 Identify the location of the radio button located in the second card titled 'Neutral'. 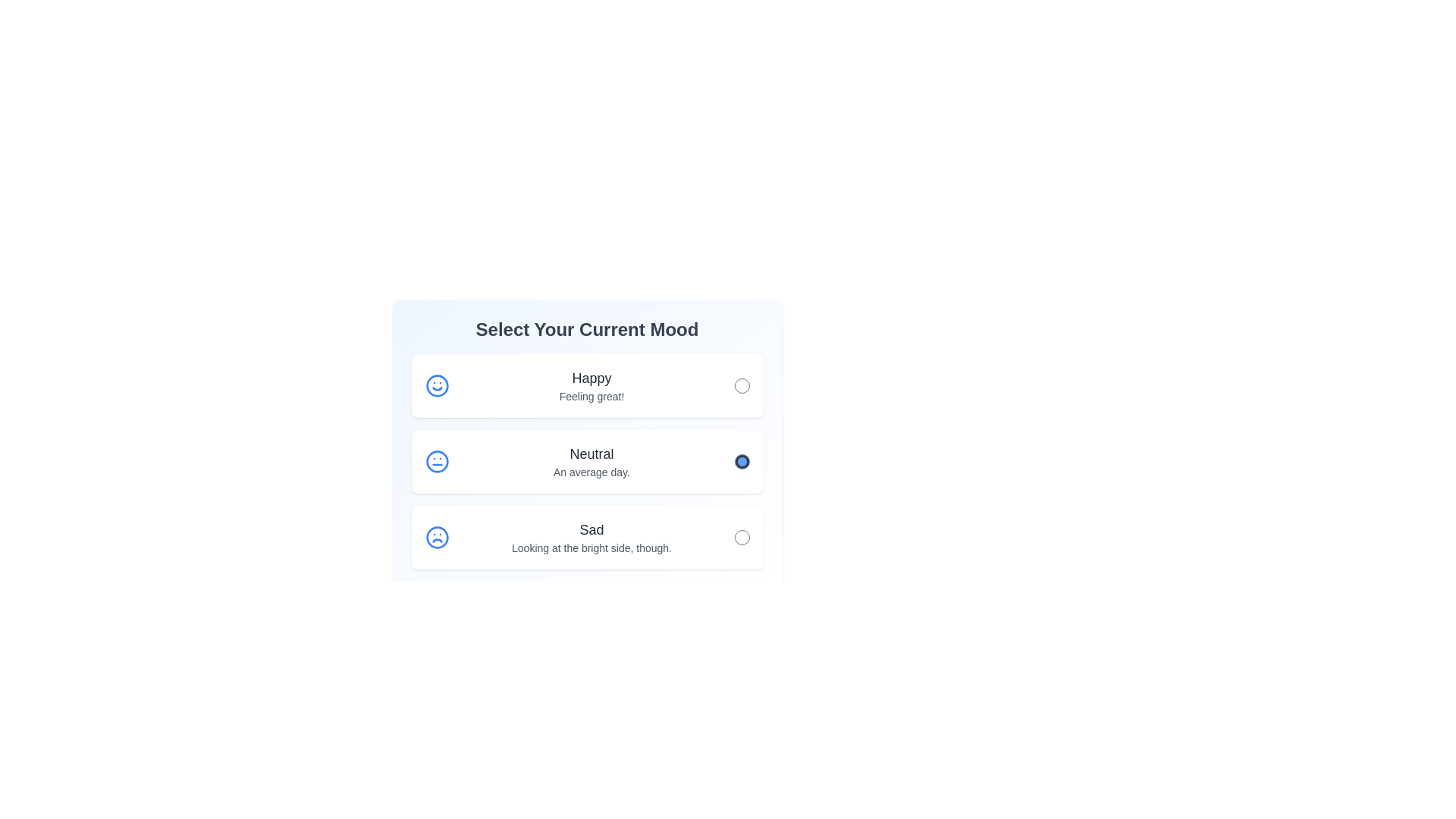
(742, 461).